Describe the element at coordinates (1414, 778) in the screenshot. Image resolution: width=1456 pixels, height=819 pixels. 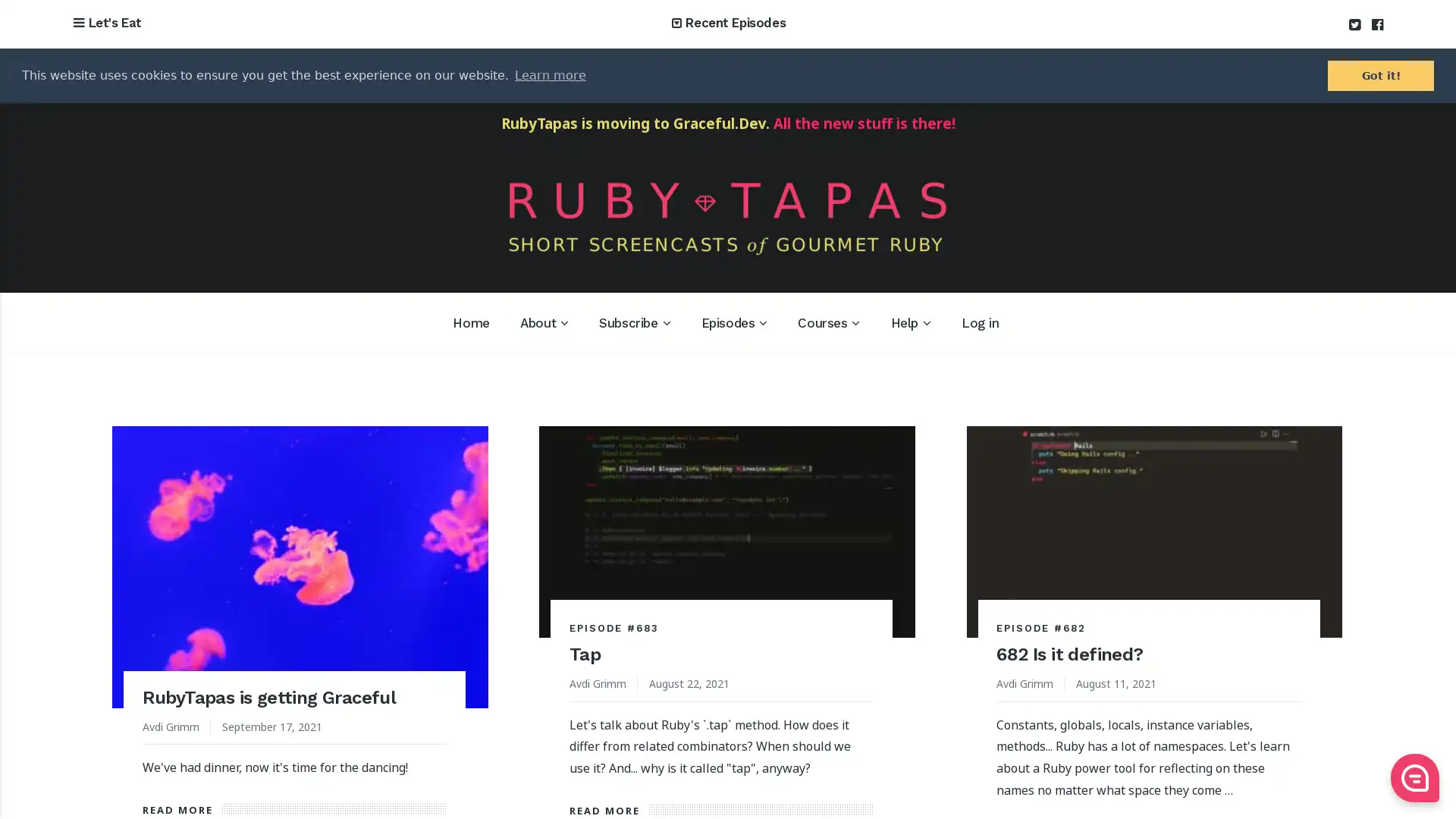
I see `Launch Front Chat` at that location.